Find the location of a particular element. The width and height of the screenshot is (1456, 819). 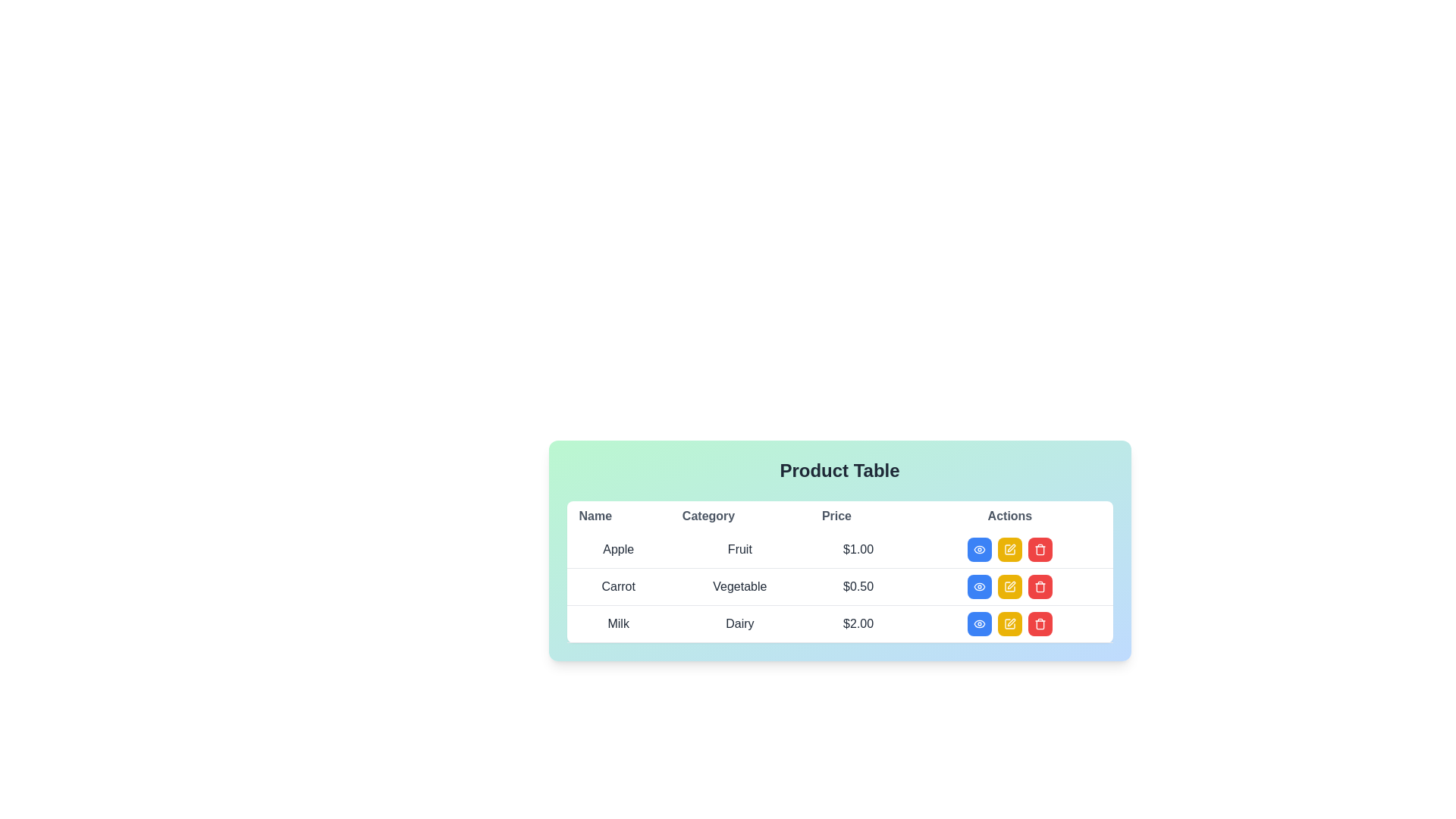

the pen icon in the 'Actions' column of the last row in the product table is located at coordinates (1012, 548).